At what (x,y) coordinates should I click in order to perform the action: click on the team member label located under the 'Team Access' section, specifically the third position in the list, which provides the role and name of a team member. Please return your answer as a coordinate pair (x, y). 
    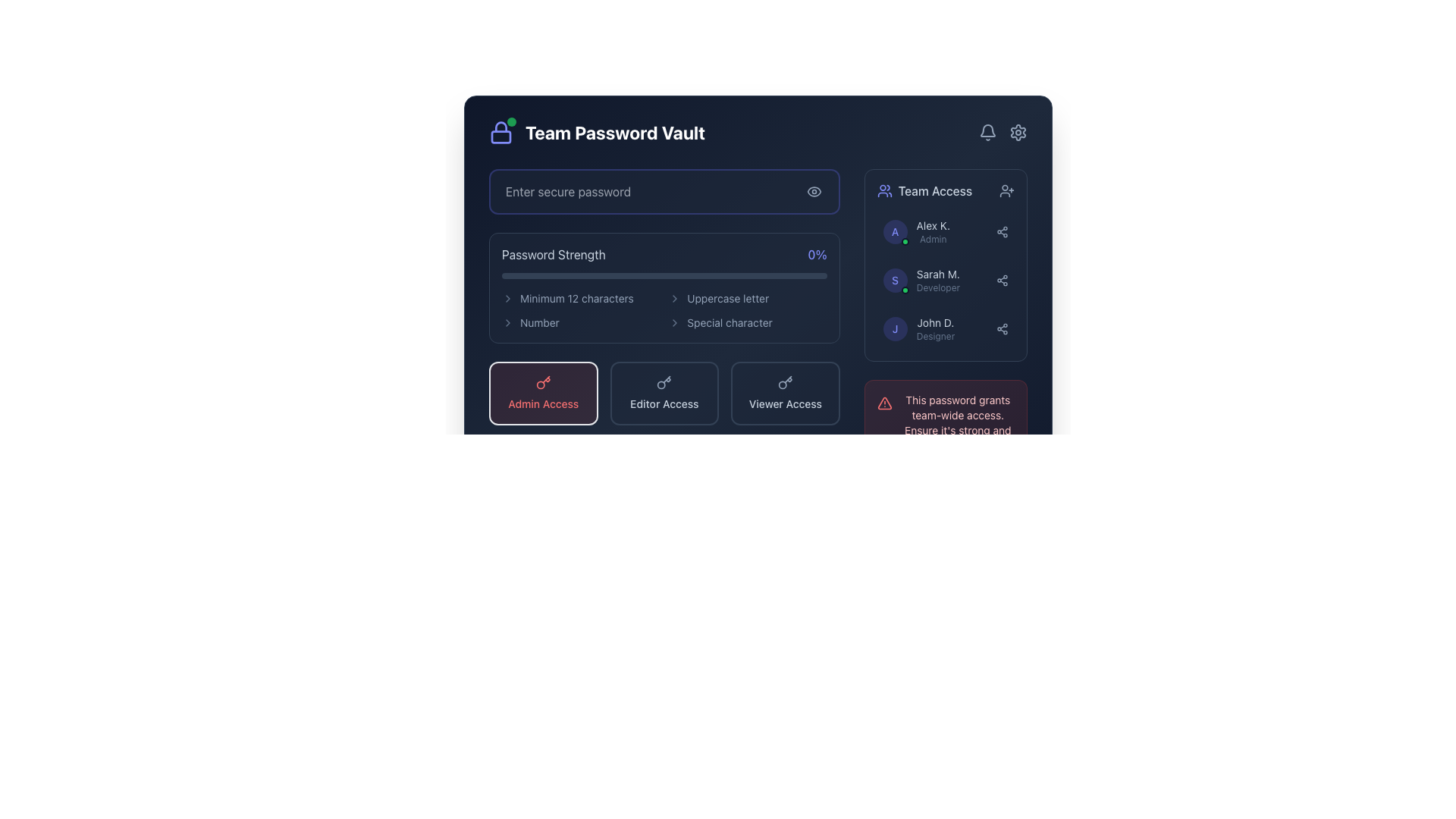
    Looking at the image, I should click on (934, 328).